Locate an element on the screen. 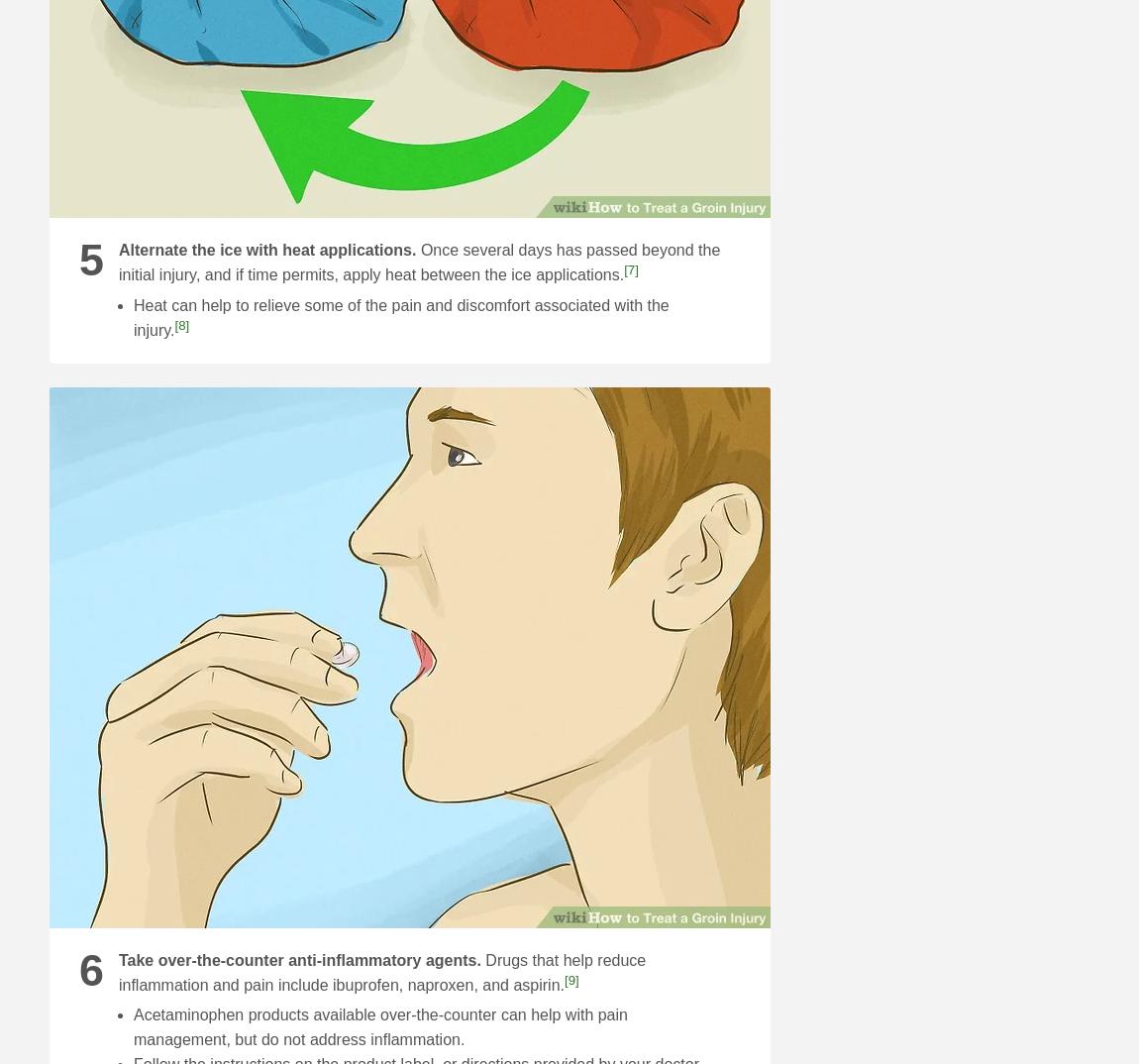  'Alternate the ice with heat applications.' is located at coordinates (265, 249).